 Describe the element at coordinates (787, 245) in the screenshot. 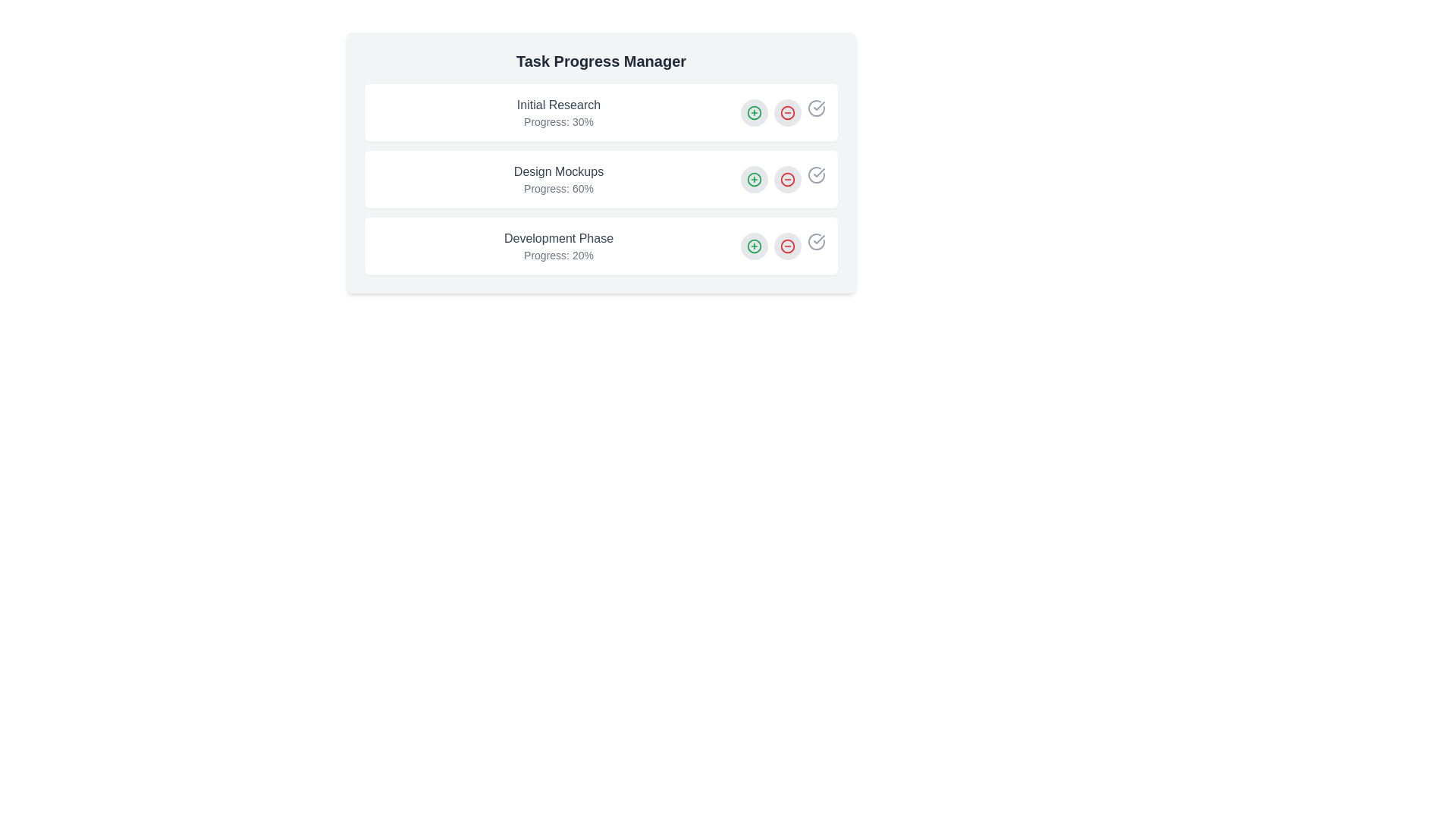

I see `the 'remove' button in the third row of the task list under 'Development Phase' to trigger the hover effect` at that location.